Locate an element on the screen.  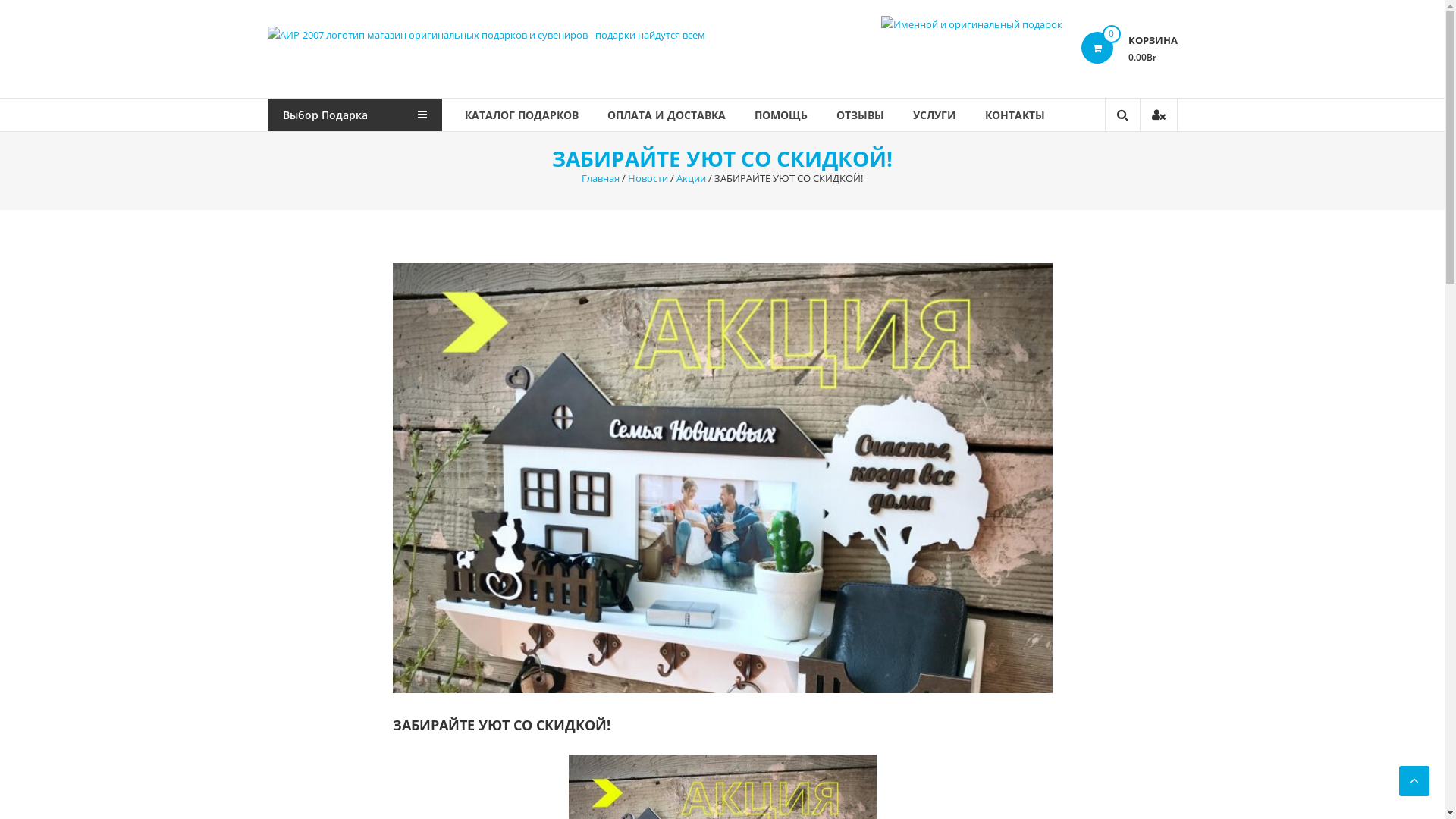
'0' is located at coordinates (1097, 46).